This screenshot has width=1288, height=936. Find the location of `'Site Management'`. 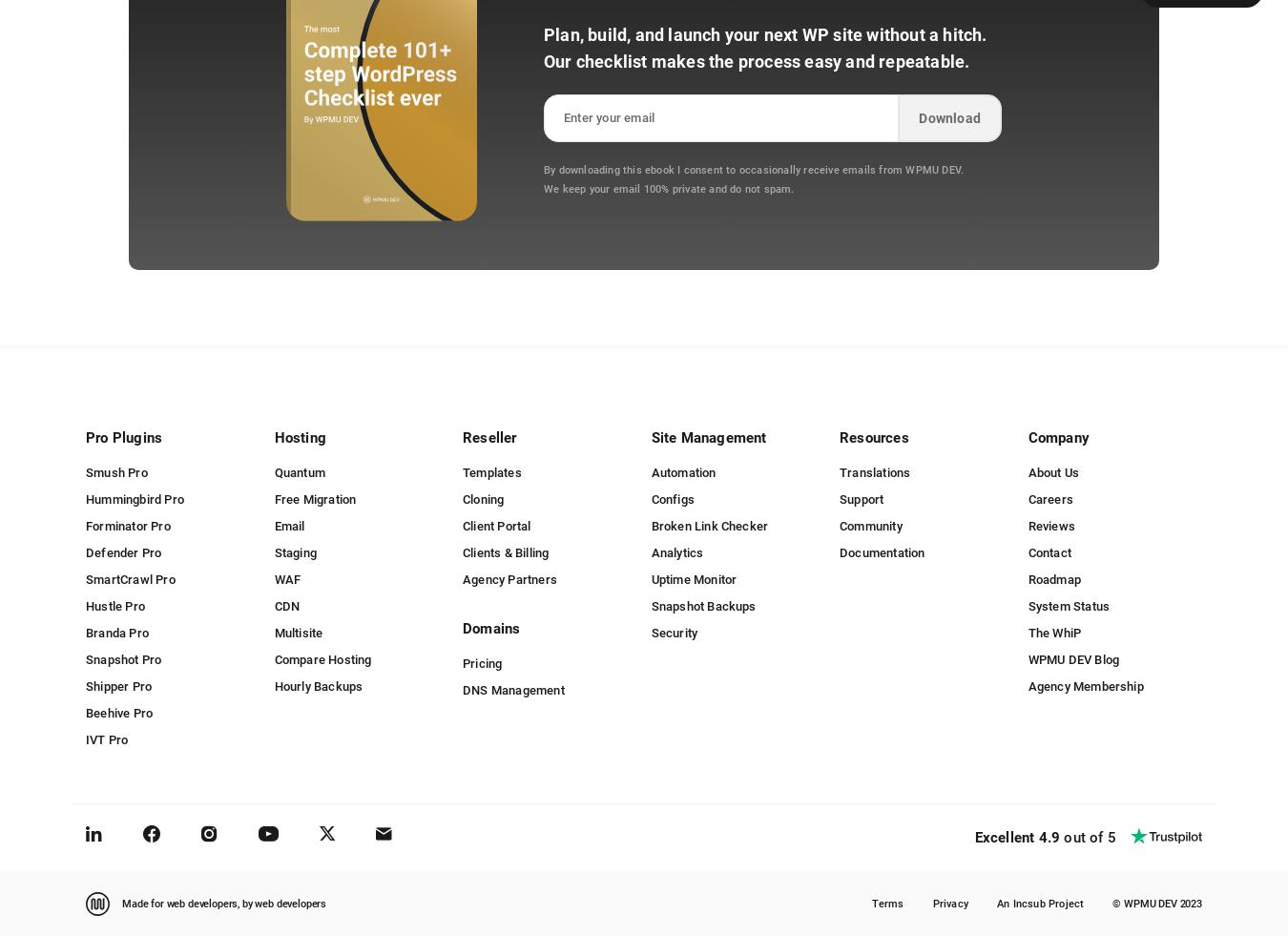

'Site Management' is located at coordinates (707, 437).